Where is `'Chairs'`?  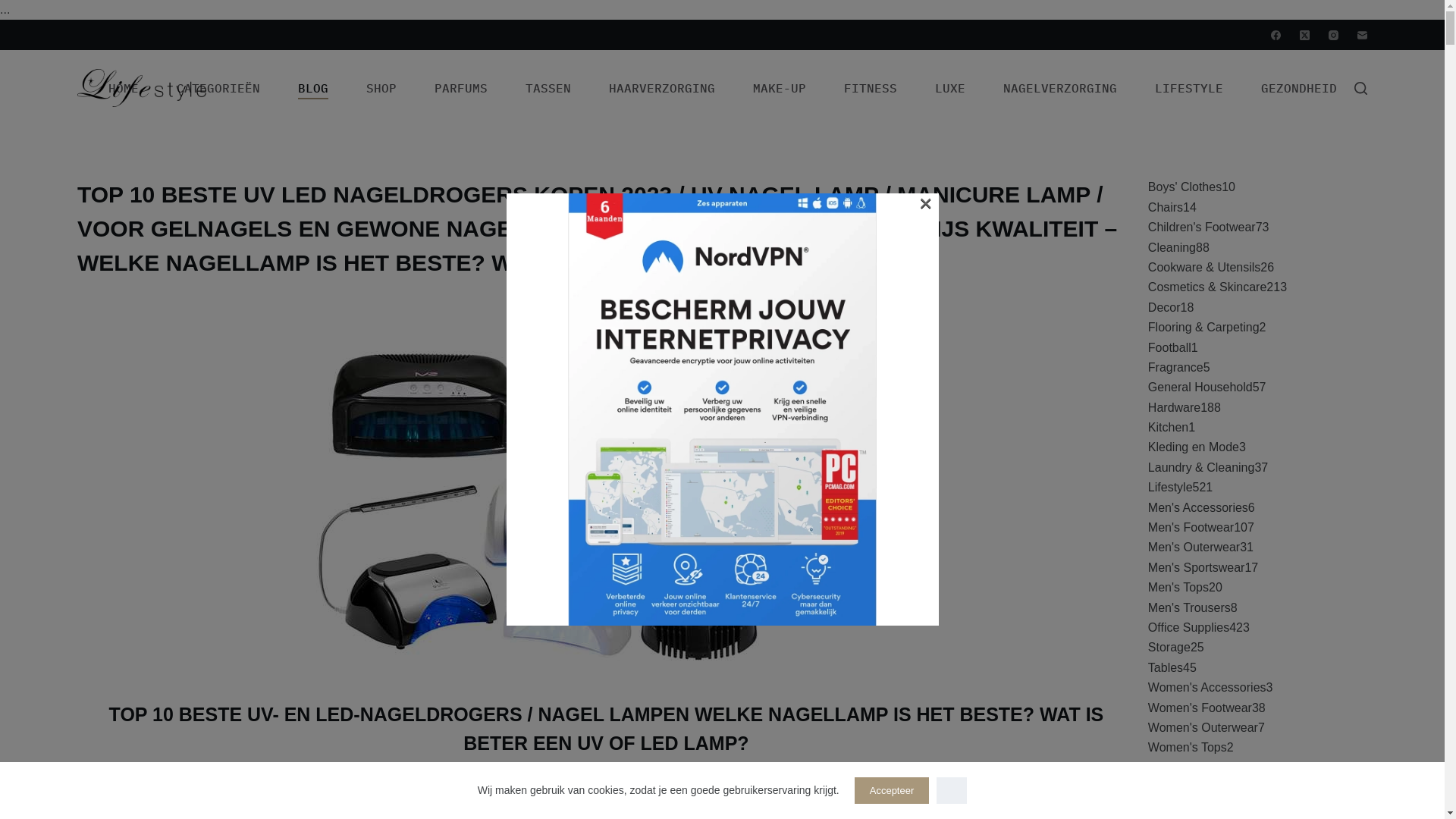
'Chairs' is located at coordinates (1164, 207).